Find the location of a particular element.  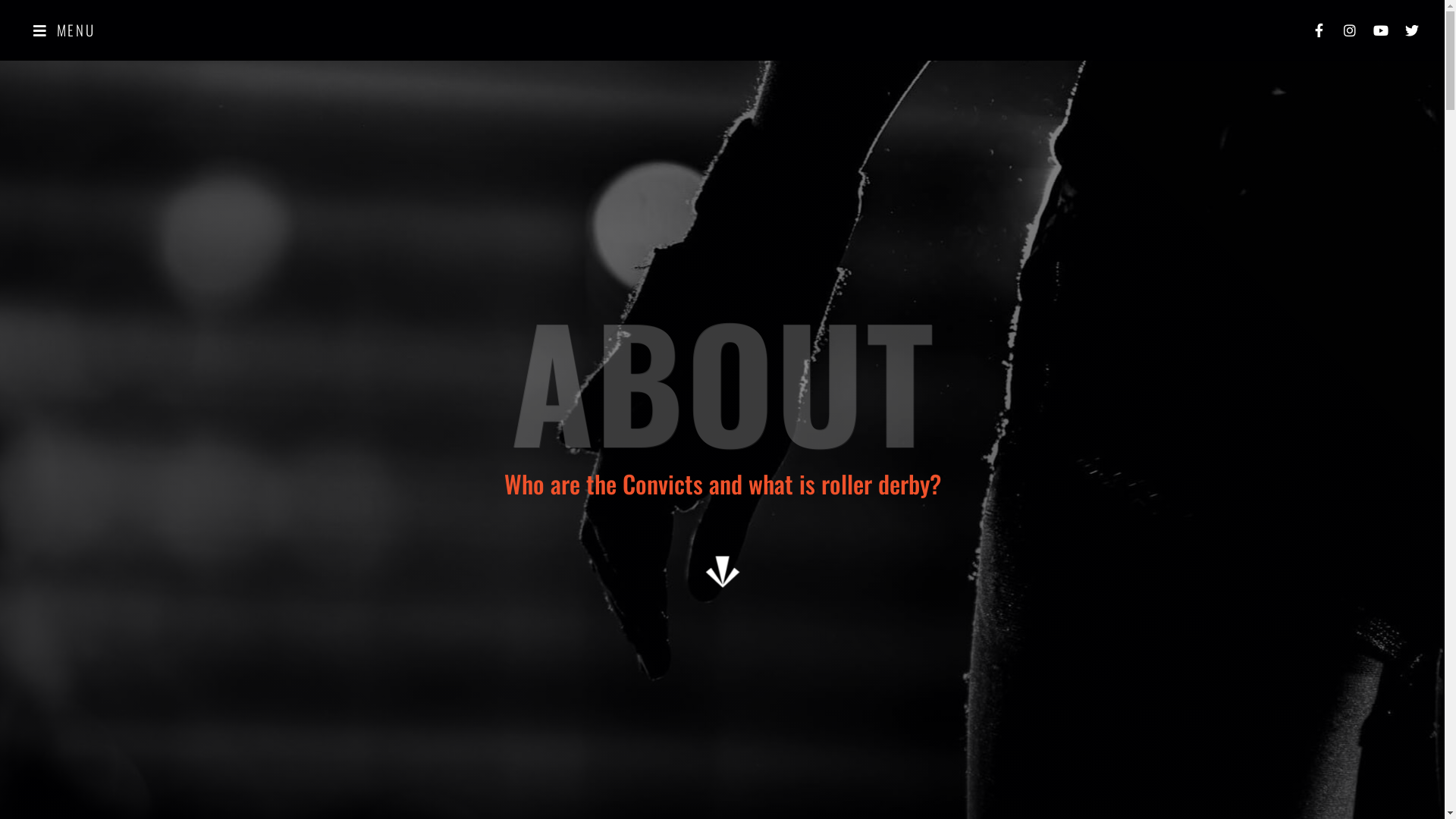

'Instagram' is located at coordinates (1350, 30).